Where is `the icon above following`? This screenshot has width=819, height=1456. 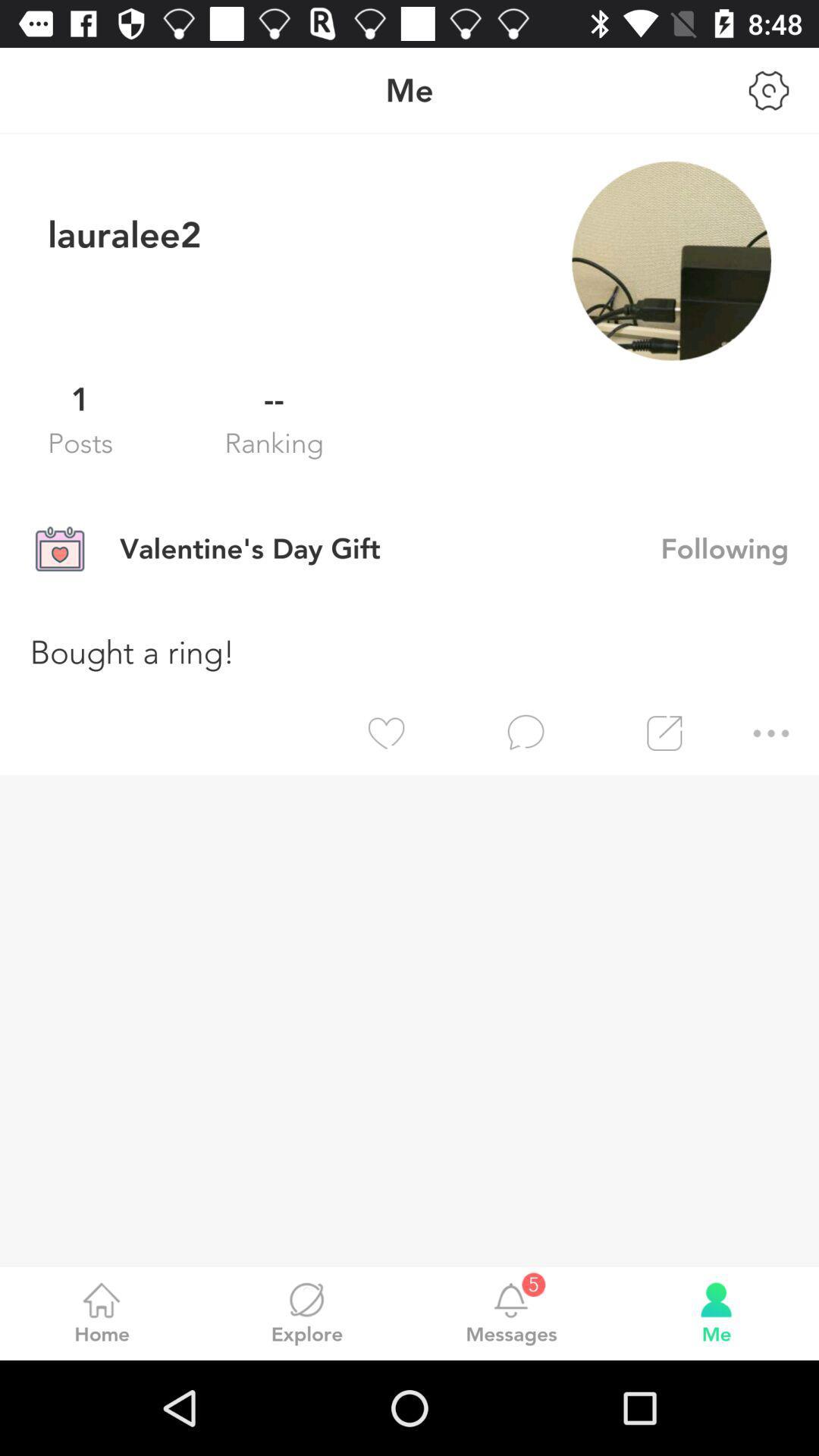
the icon above following is located at coordinates (670, 261).